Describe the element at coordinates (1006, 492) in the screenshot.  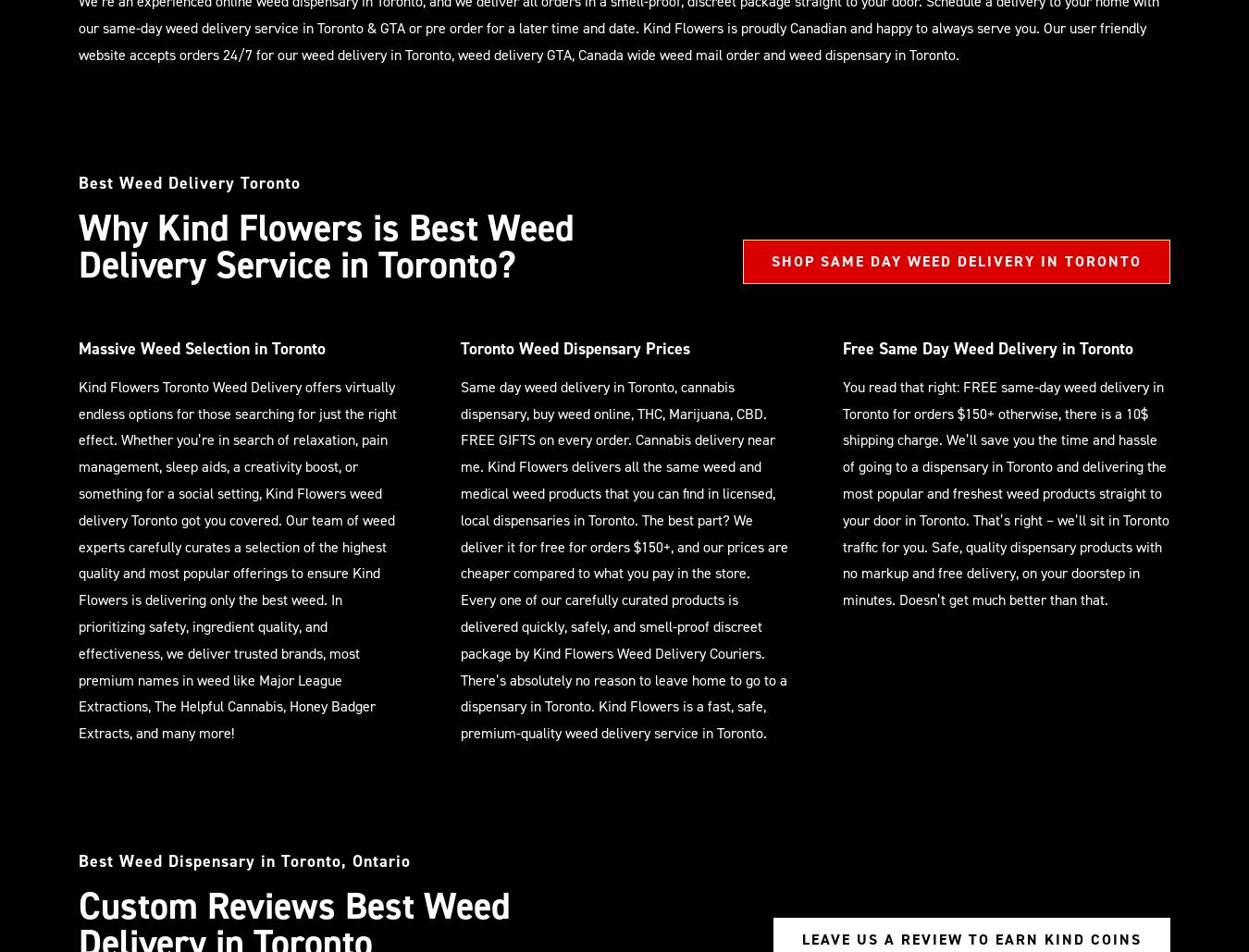
I see `'You read that right: FREE same-day weed delivery in Toronto for orders $150+ otherwise, there is a 10$ shipping charge. We’ll save you the time and hassle of going to a dispensary in Toronto and delivering the most popular and freshest weed products straight to your door in Toronto. That’s right – we’ll sit in Toronto traffic for you. Safe, quality dispensary products with no markup and free delivery, on your doorstep in minutes. Doesn’t get much better than that.'` at that location.